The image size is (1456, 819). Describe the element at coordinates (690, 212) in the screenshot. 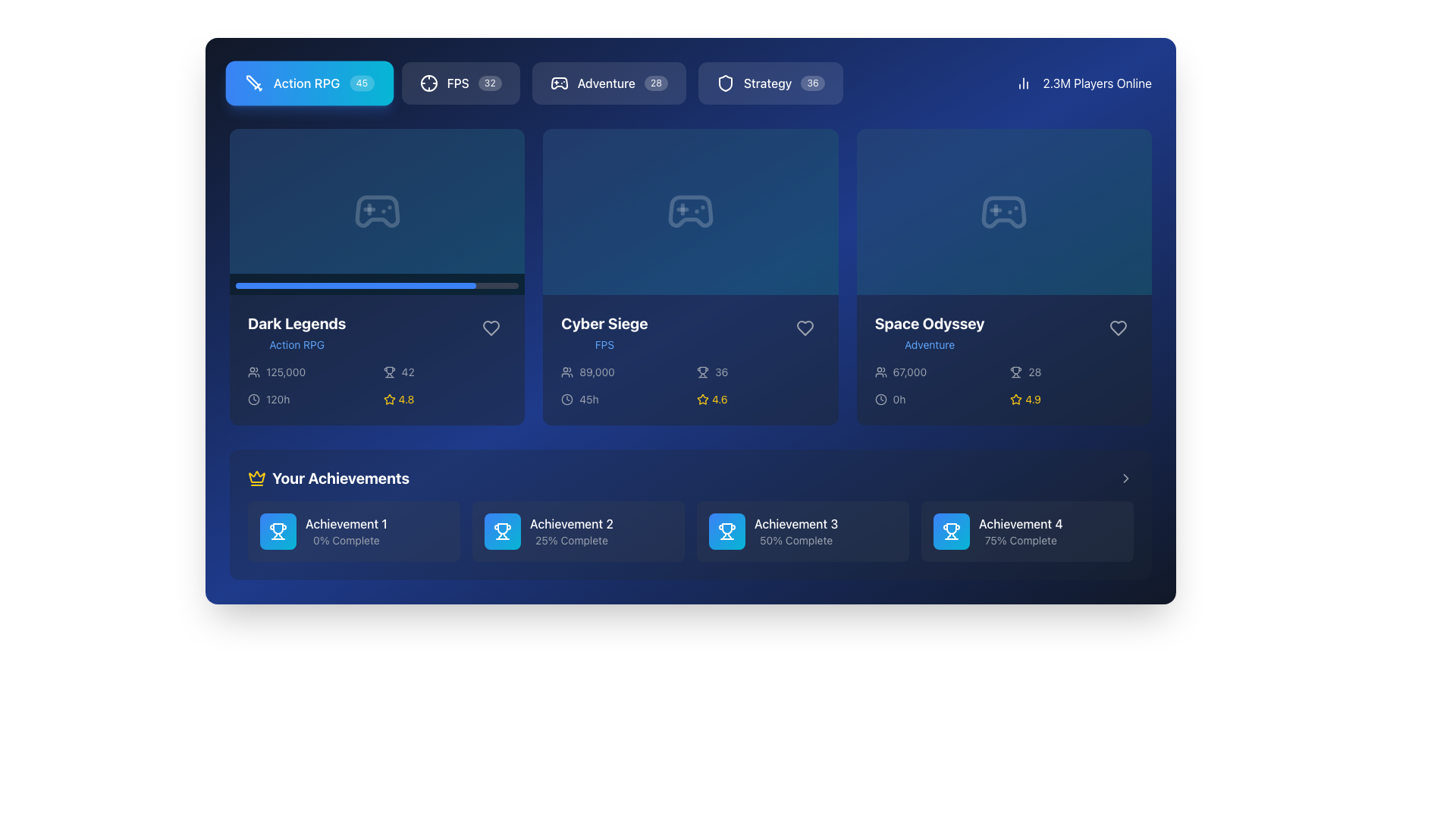

I see `the visual indicator icon for game-related content located in the middle card of the second row, directly above the text 'Cyber Siege'` at that location.